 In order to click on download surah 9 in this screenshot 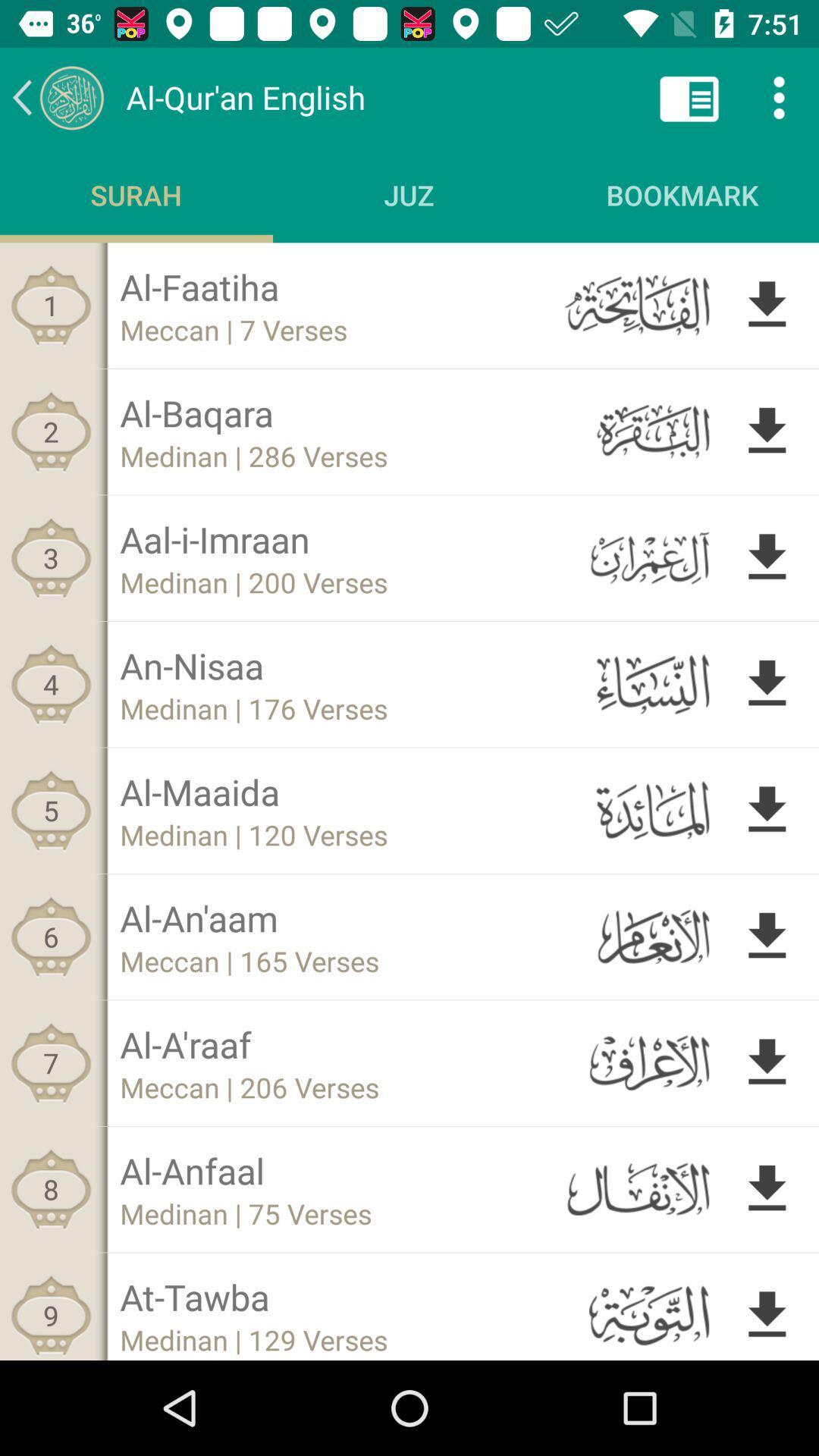, I will do `click(767, 1311)`.